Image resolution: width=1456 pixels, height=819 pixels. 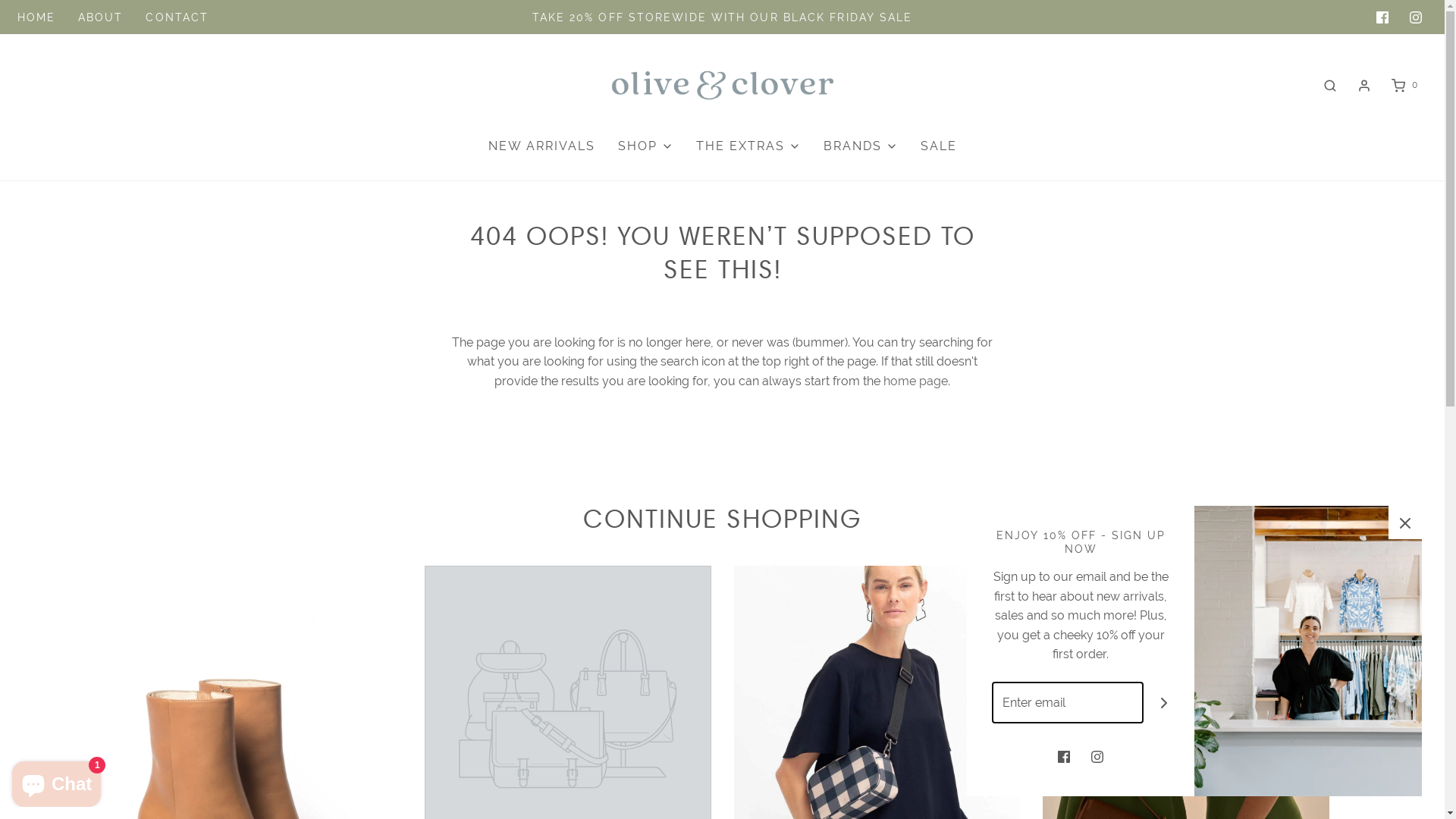 What do you see at coordinates (17, 17) in the screenshot?
I see `'HOME'` at bounding box center [17, 17].